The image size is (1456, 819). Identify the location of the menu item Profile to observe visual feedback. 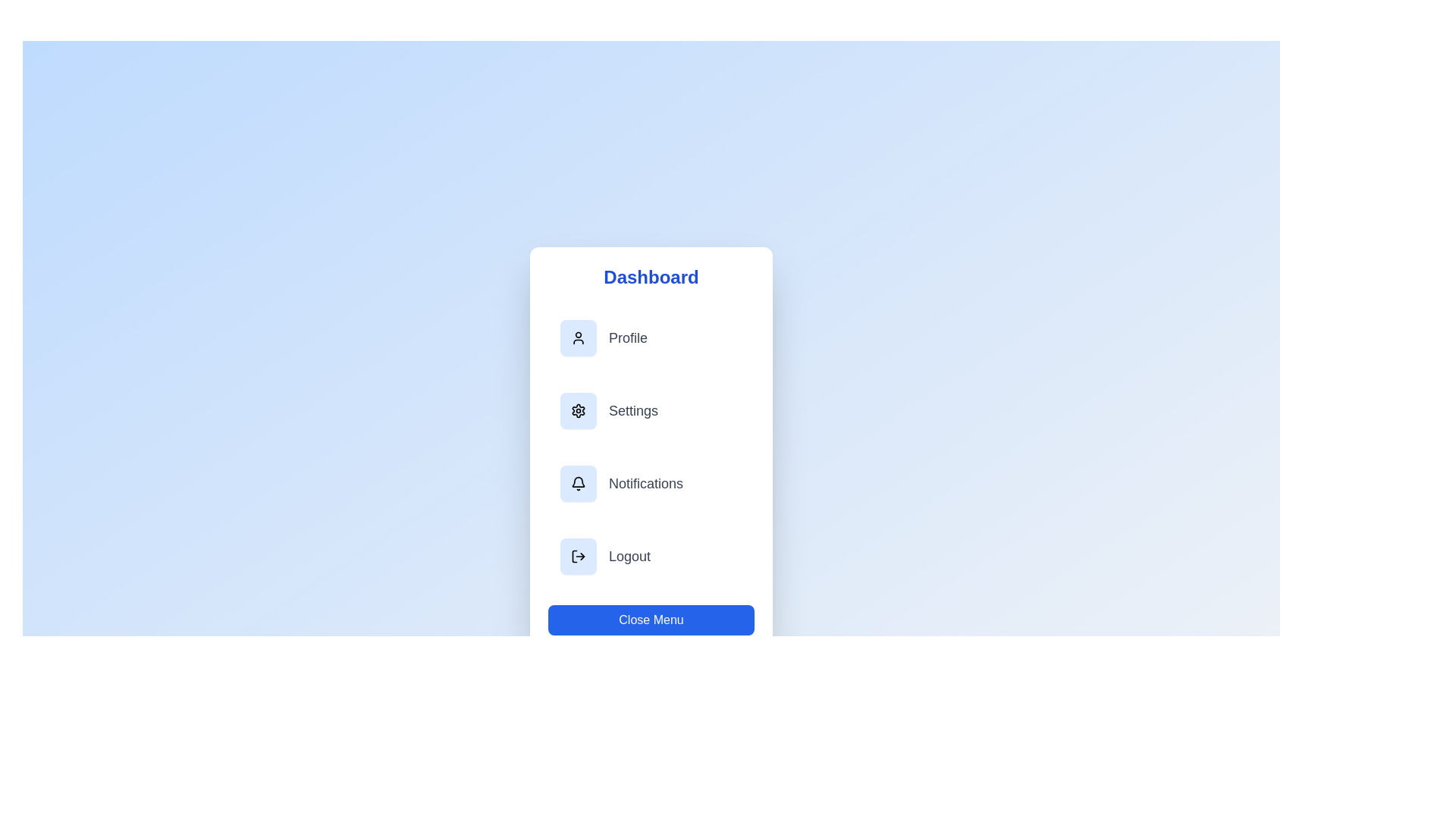
(651, 337).